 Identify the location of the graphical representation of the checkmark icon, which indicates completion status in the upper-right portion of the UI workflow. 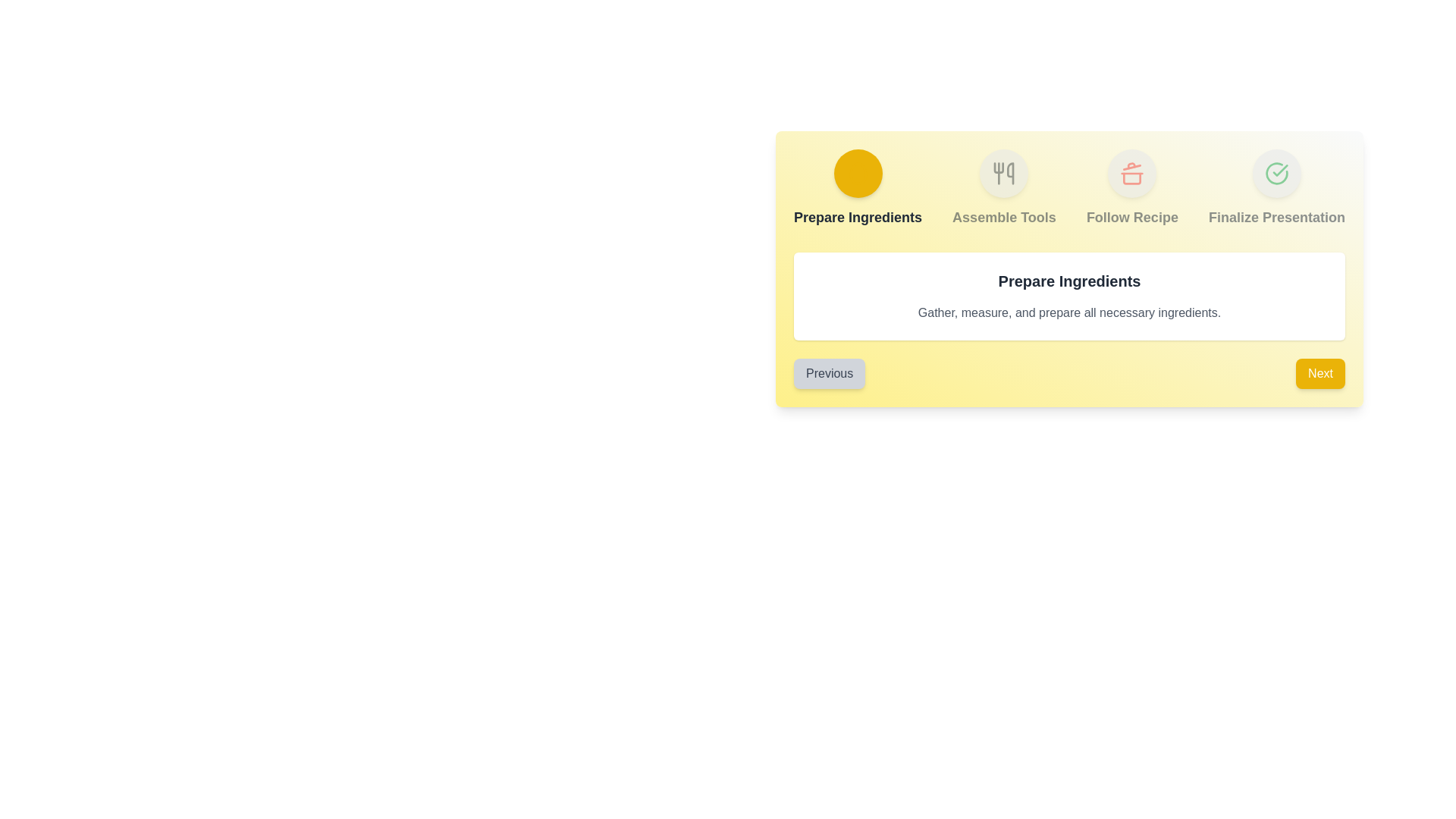
(1279, 170).